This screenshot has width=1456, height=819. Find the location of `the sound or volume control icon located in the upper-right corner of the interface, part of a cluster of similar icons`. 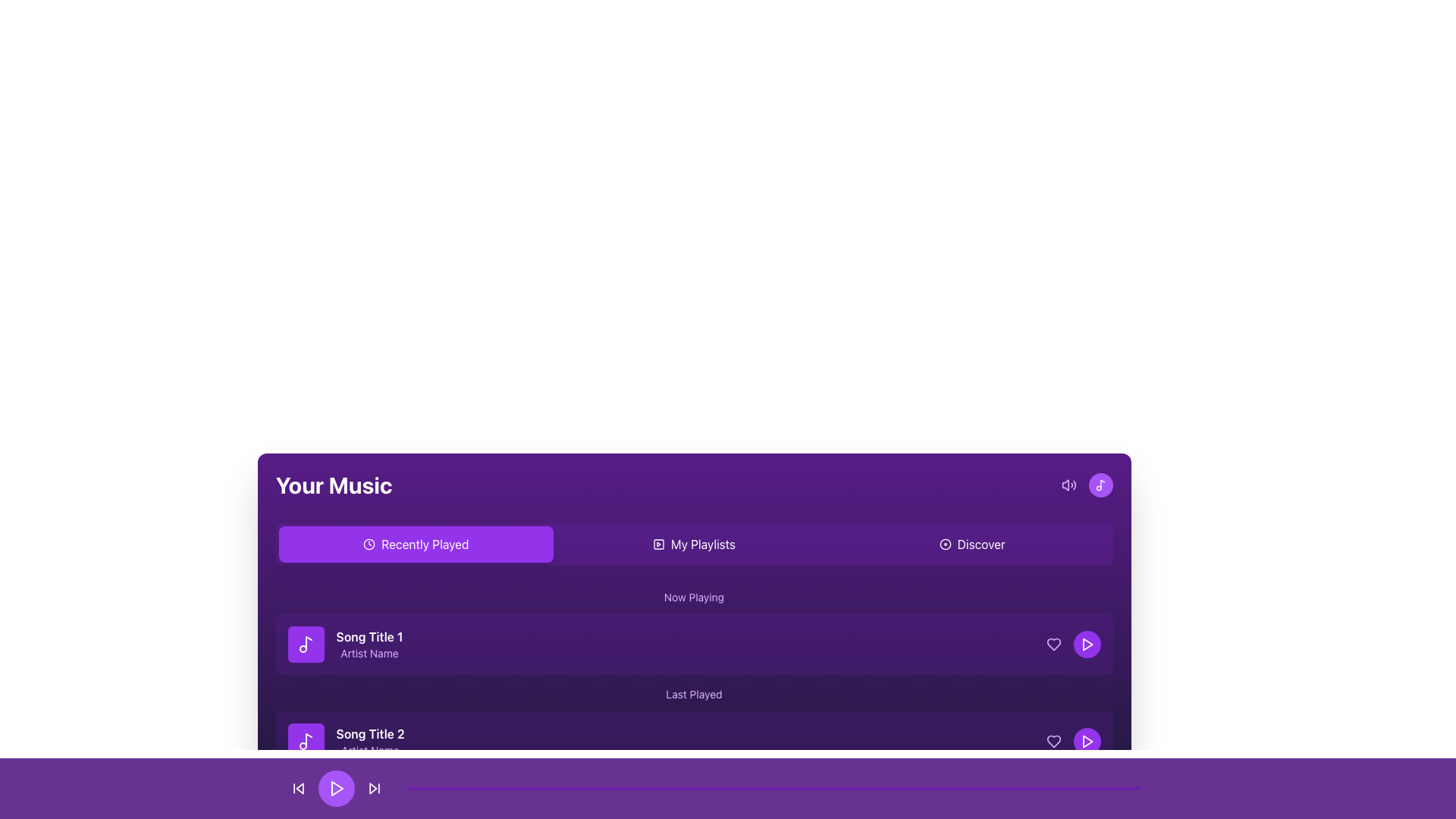

the sound or volume control icon located in the upper-right corner of the interface, part of a cluster of similar icons is located at coordinates (1064, 485).